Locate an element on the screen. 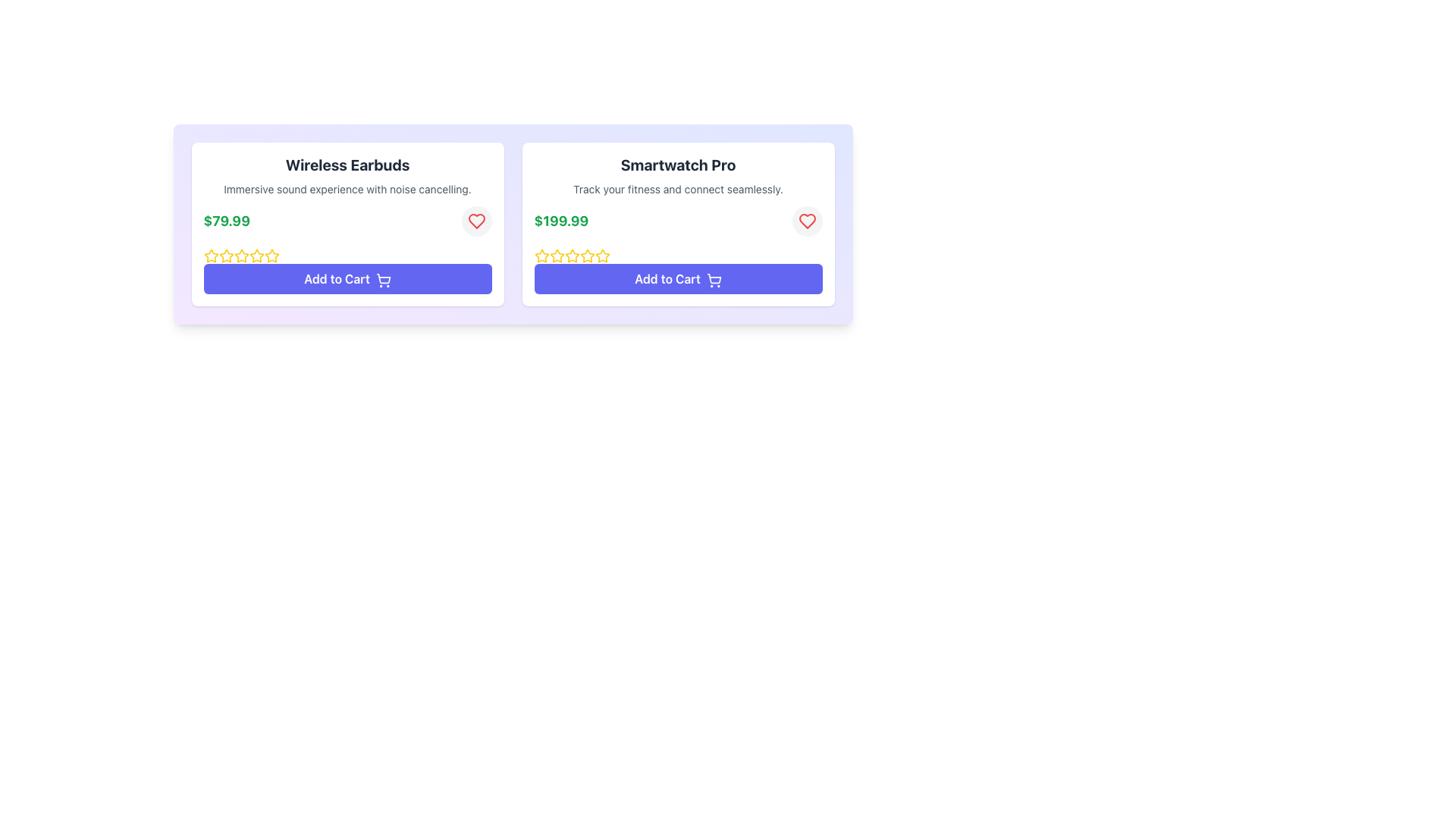 The image size is (1456, 819). the 'Add to Cart' button containing the shopping cart icon for the 'Smartwatch Pro' product is located at coordinates (713, 278).